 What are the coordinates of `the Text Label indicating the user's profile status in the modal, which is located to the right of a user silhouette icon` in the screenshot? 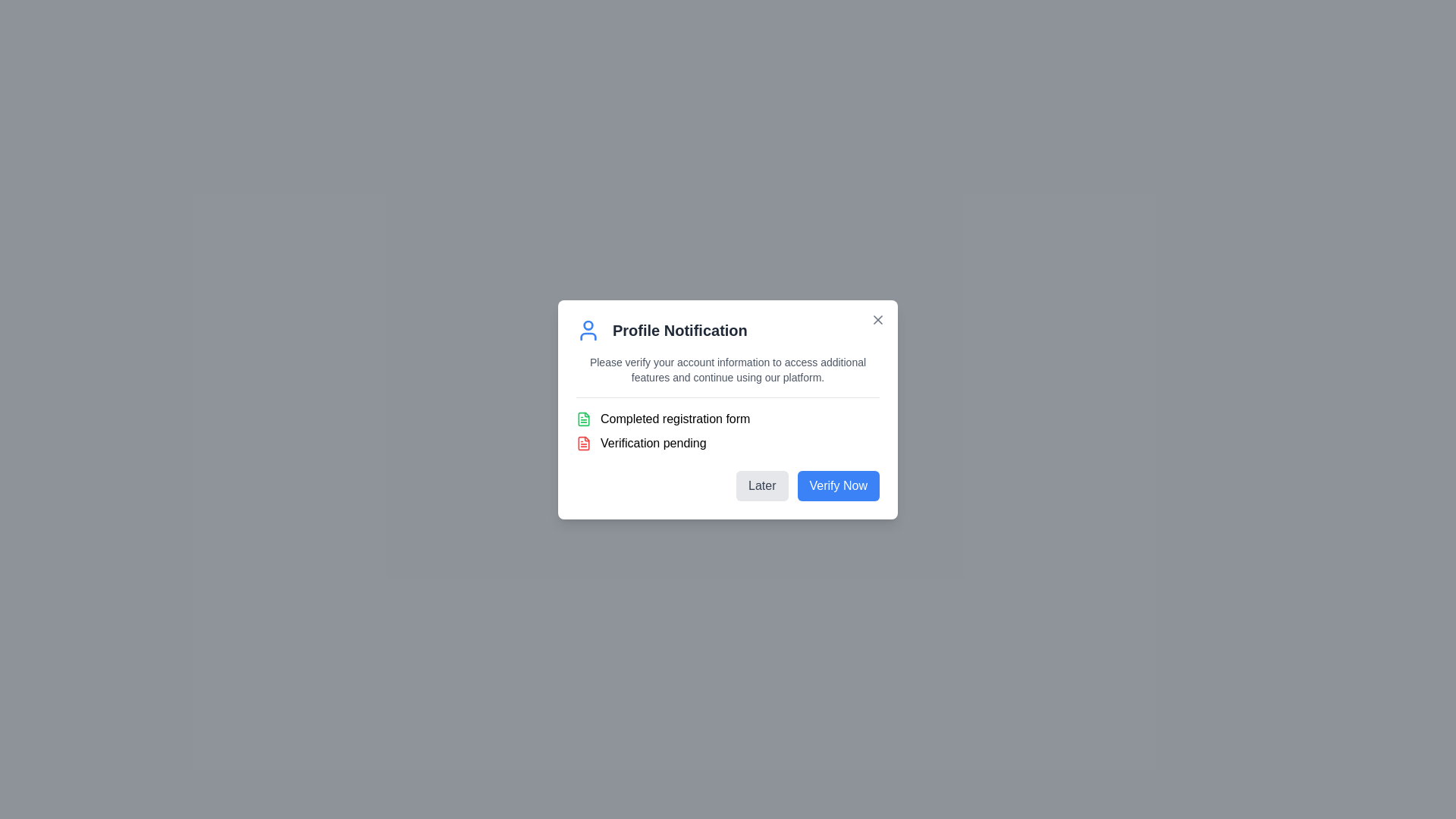 It's located at (679, 329).